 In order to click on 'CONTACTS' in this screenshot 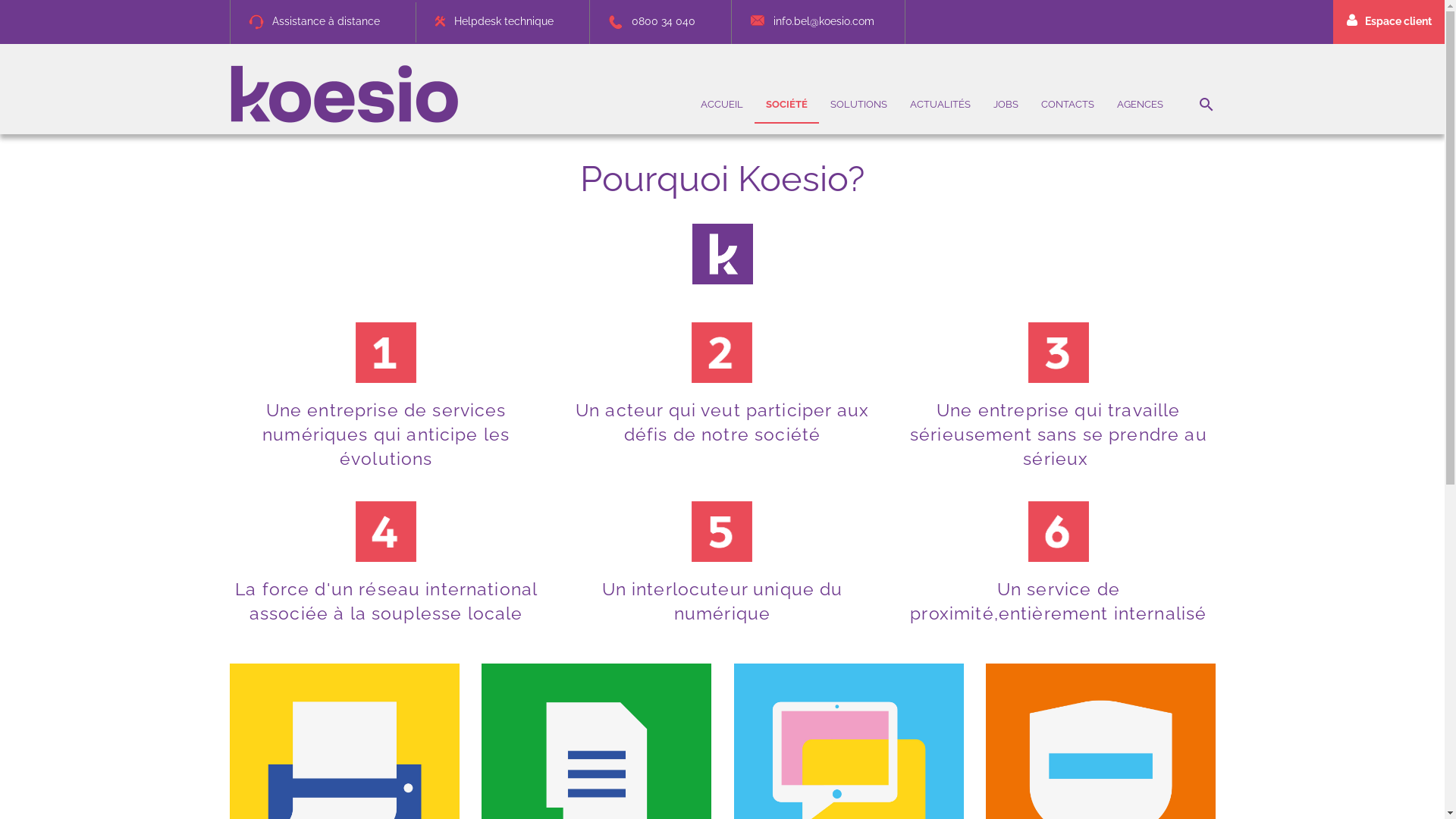, I will do `click(1066, 104)`.